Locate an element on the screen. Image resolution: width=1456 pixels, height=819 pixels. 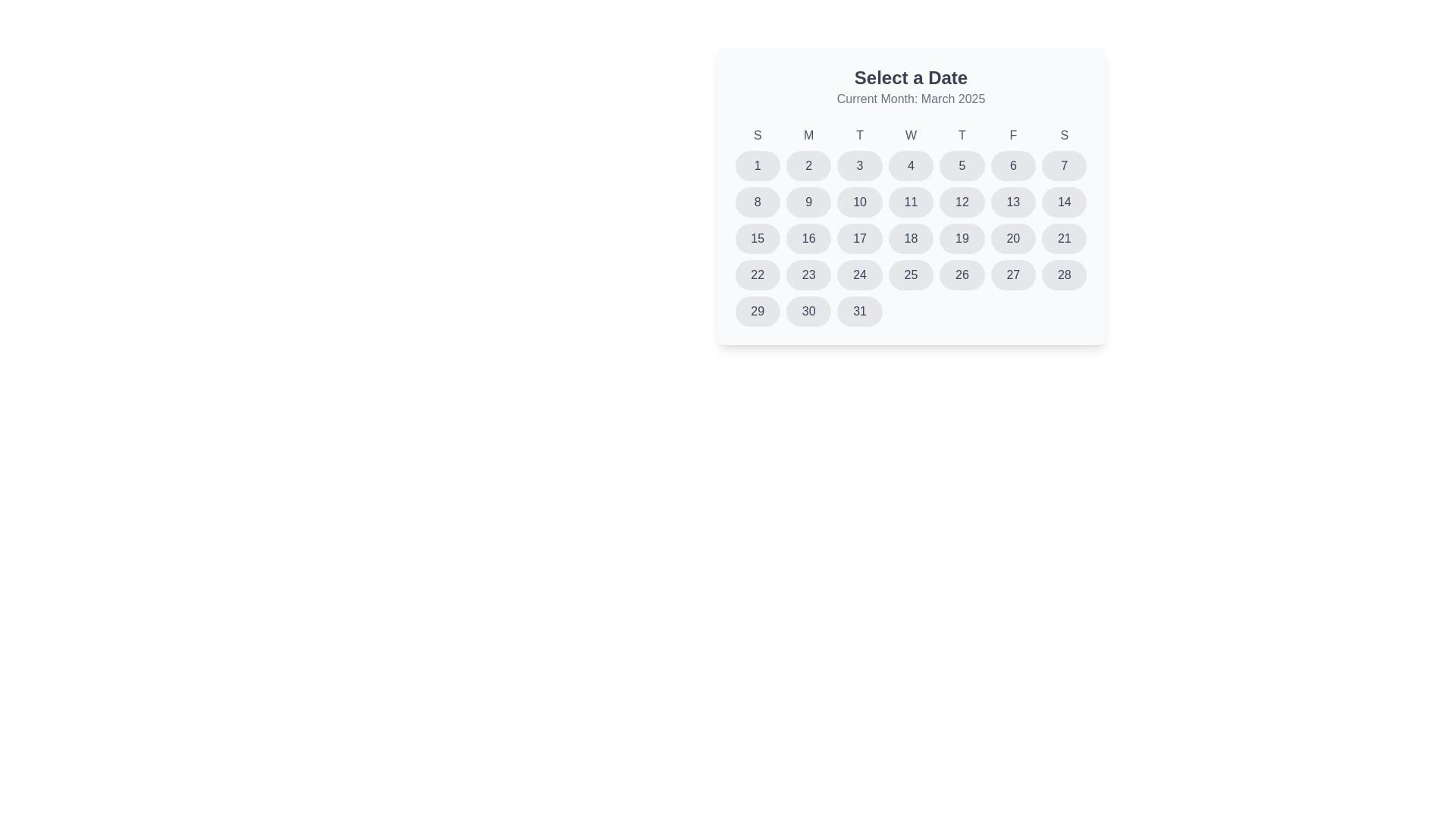
the button representing the date '14' in the calendar grid under the label 'F' is located at coordinates (1063, 201).